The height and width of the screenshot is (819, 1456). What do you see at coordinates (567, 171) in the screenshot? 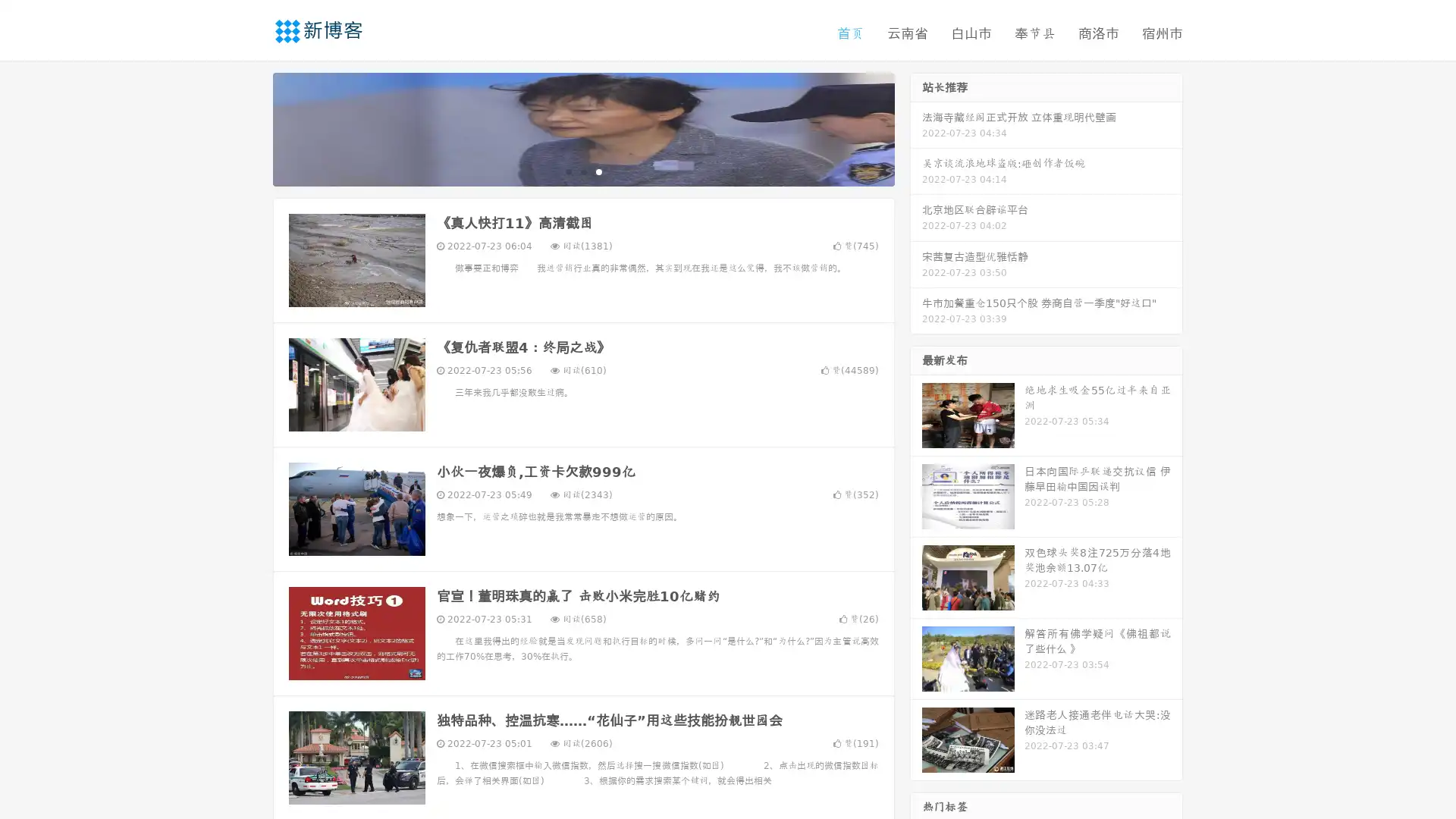
I see `Go to slide 1` at bounding box center [567, 171].